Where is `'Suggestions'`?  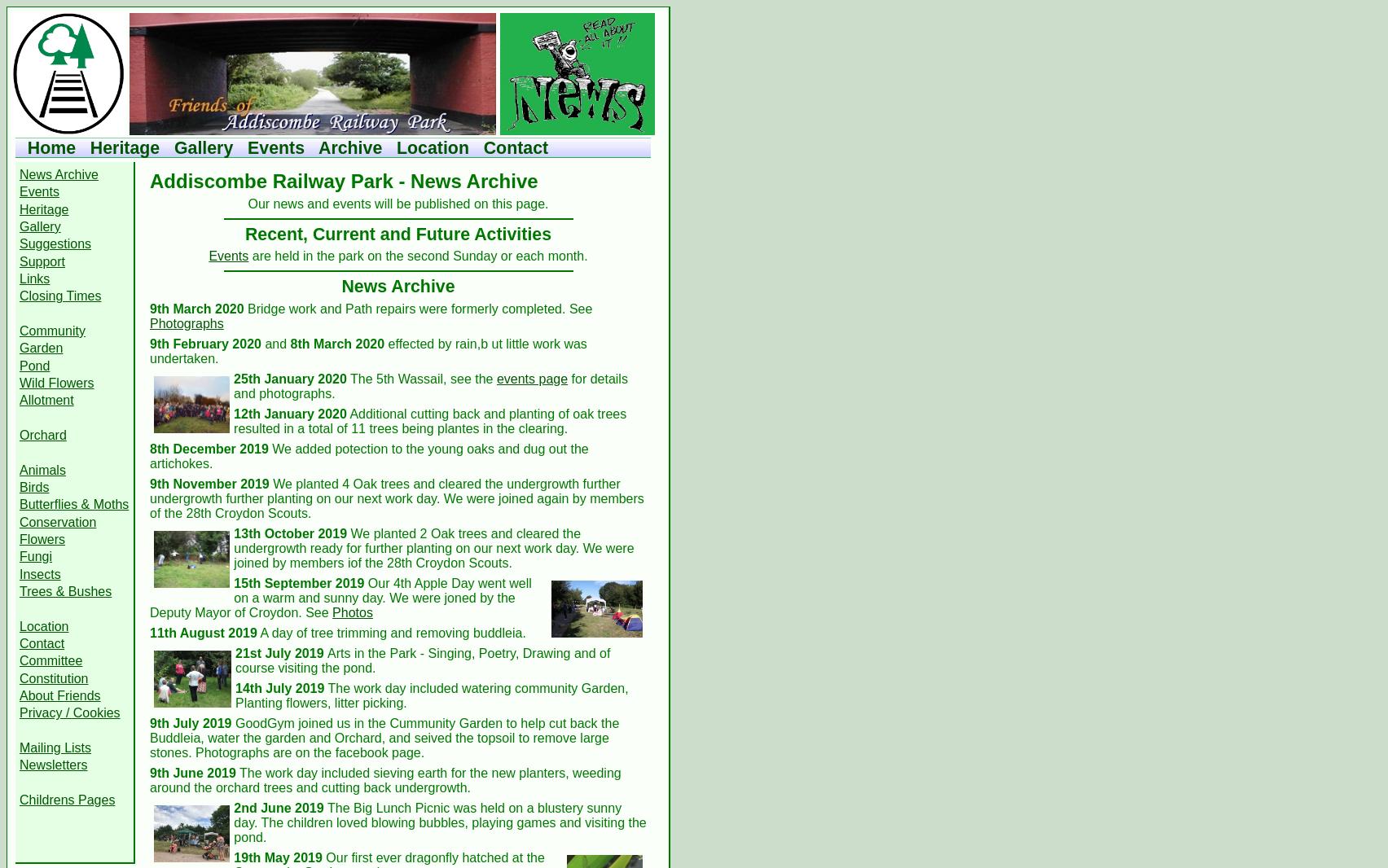
'Suggestions' is located at coordinates (55, 243).